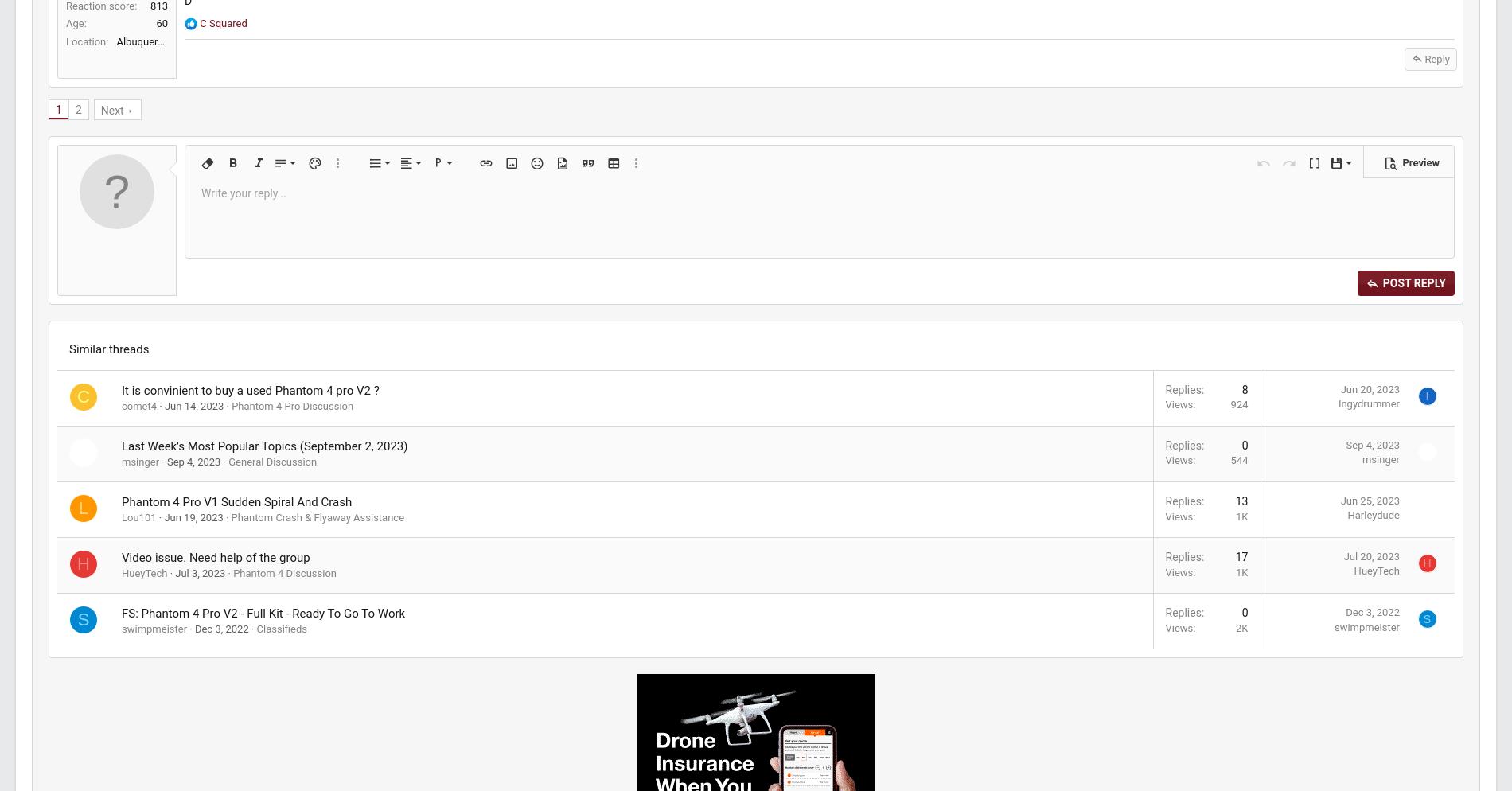 This screenshot has height=791, width=1512. Describe the element at coordinates (957, 611) in the screenshot. I see `'13'` at that location.